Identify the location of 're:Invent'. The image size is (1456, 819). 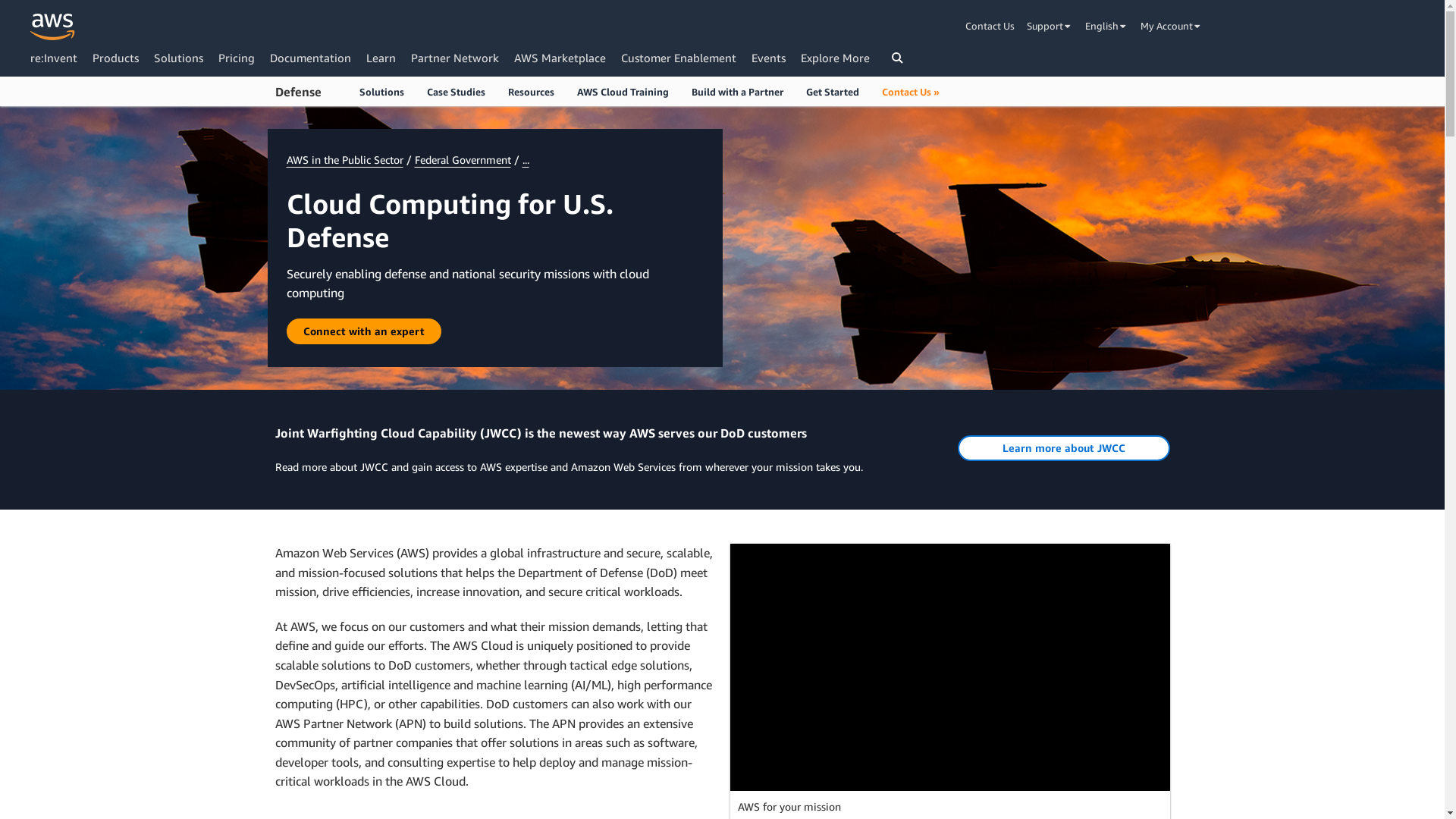
(54, 57).